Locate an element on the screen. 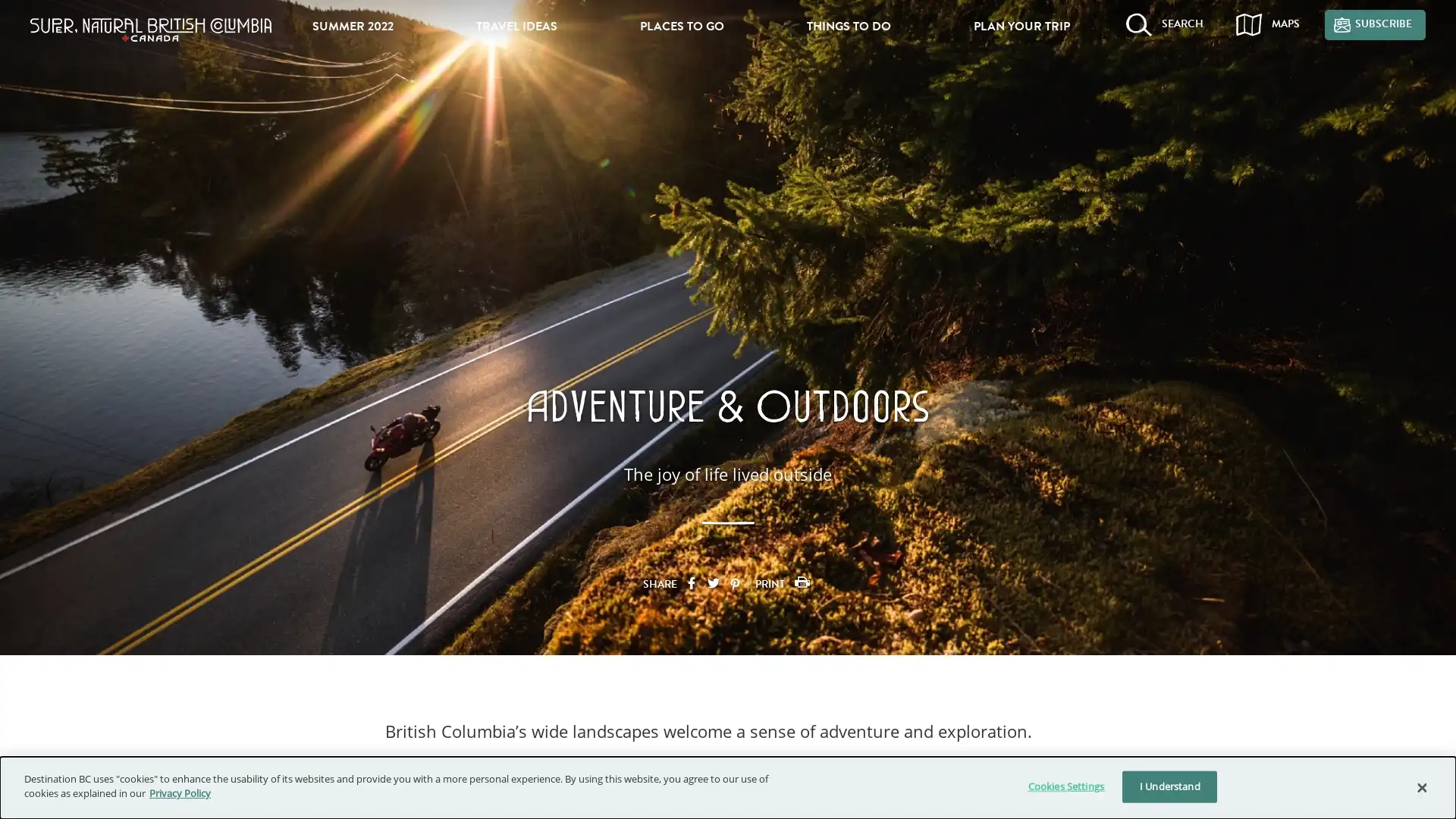 The height and width of the screenshot is (819, 1456). Close is located at coordinates (1420, 786).